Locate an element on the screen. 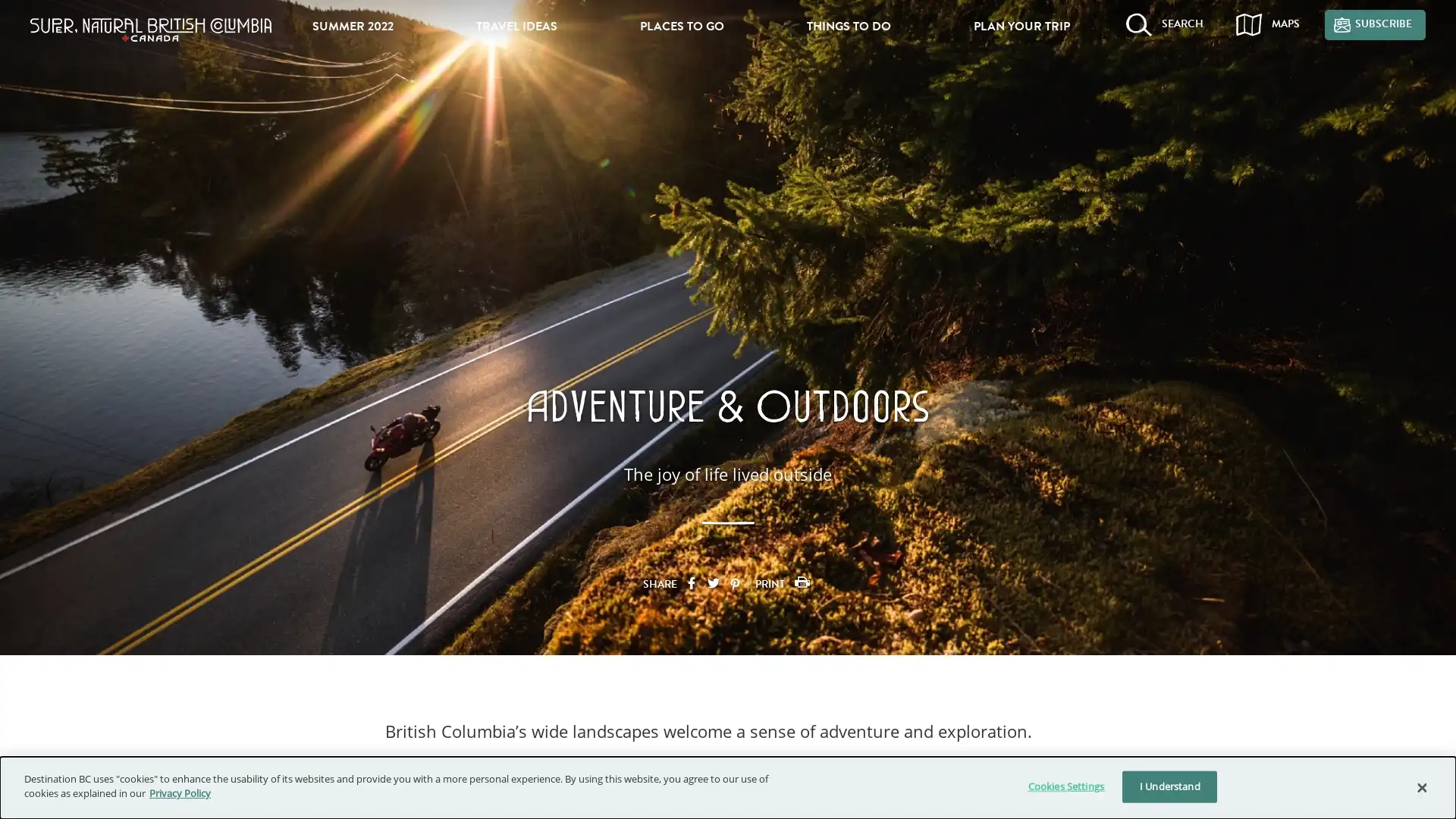 The height and width of the screenshot is (819, 1456). Close is located at coordinates (1420, 786).